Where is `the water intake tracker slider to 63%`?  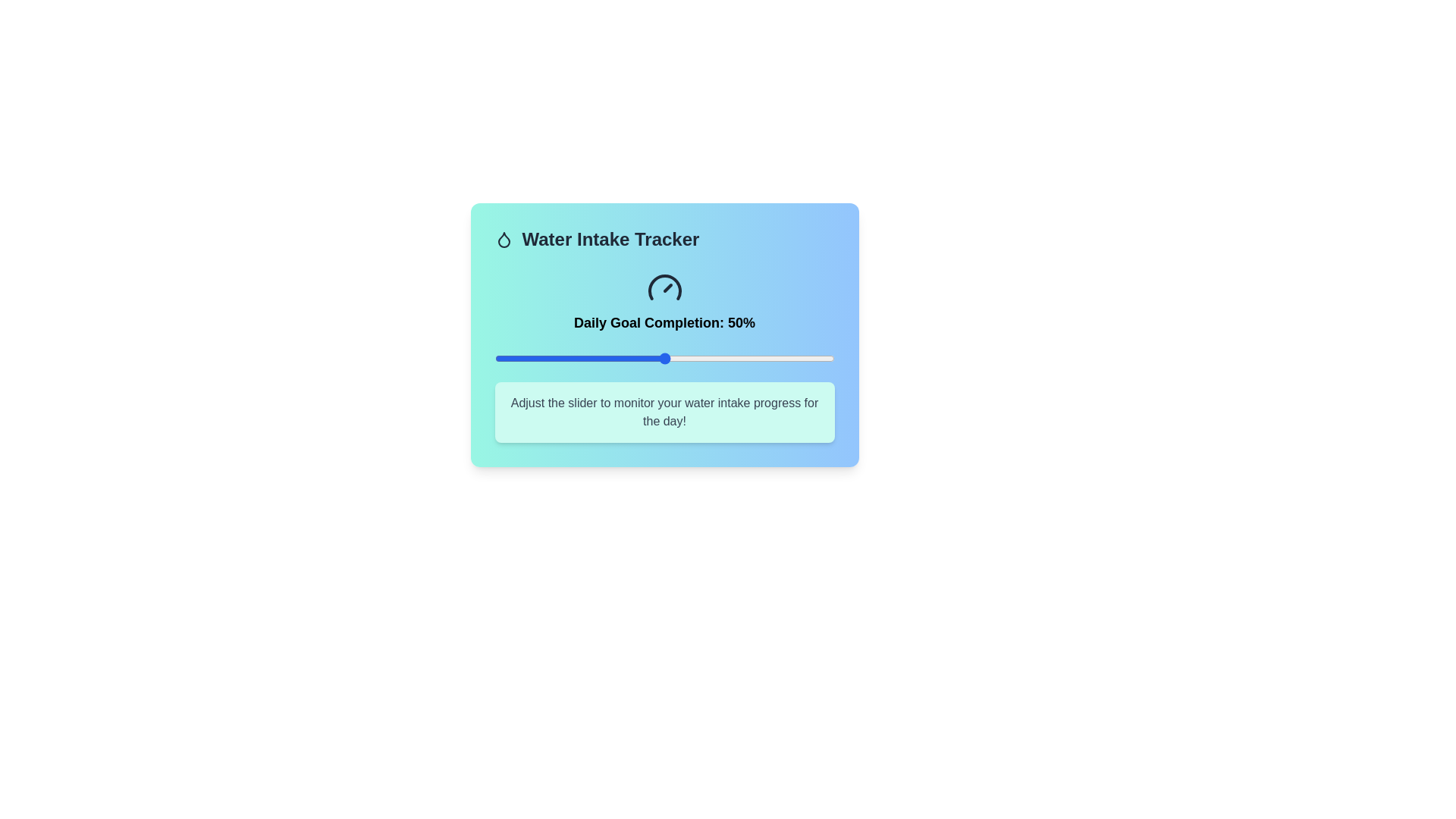
the water intake tracker slider to 63% is located at coordinates (708, 359).